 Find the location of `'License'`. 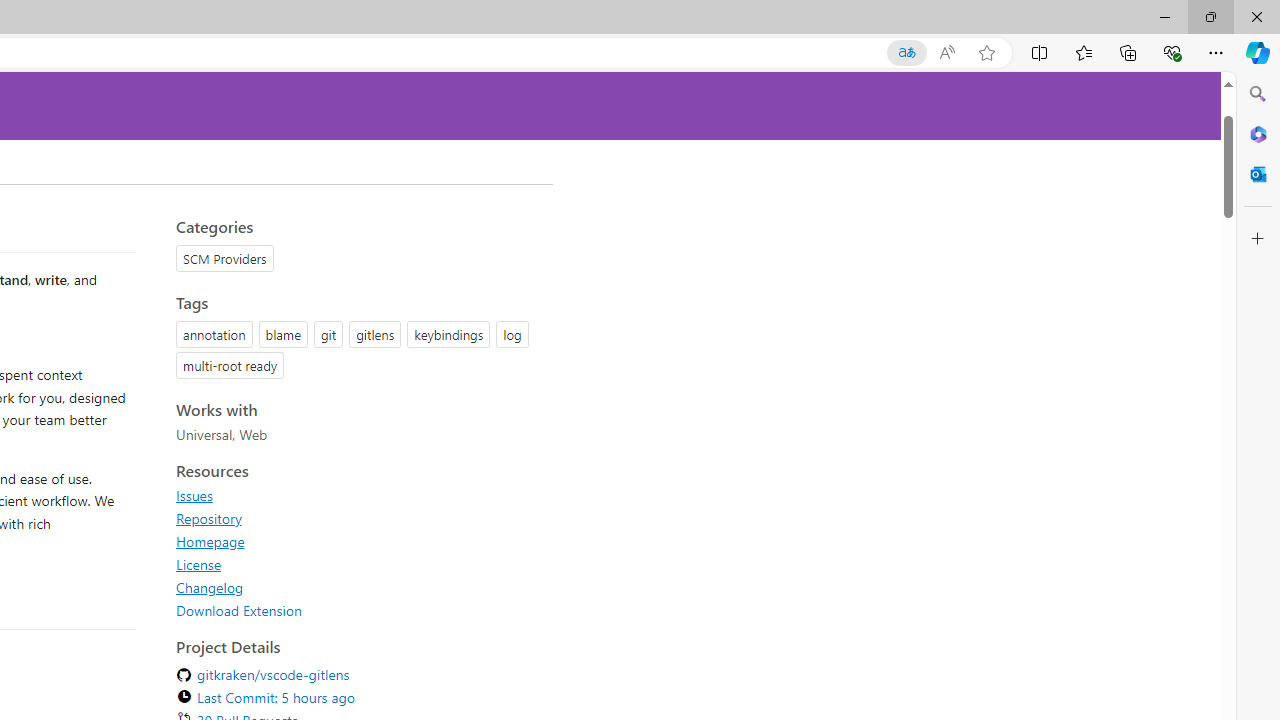

'License' is located at coordinates (199, 564).